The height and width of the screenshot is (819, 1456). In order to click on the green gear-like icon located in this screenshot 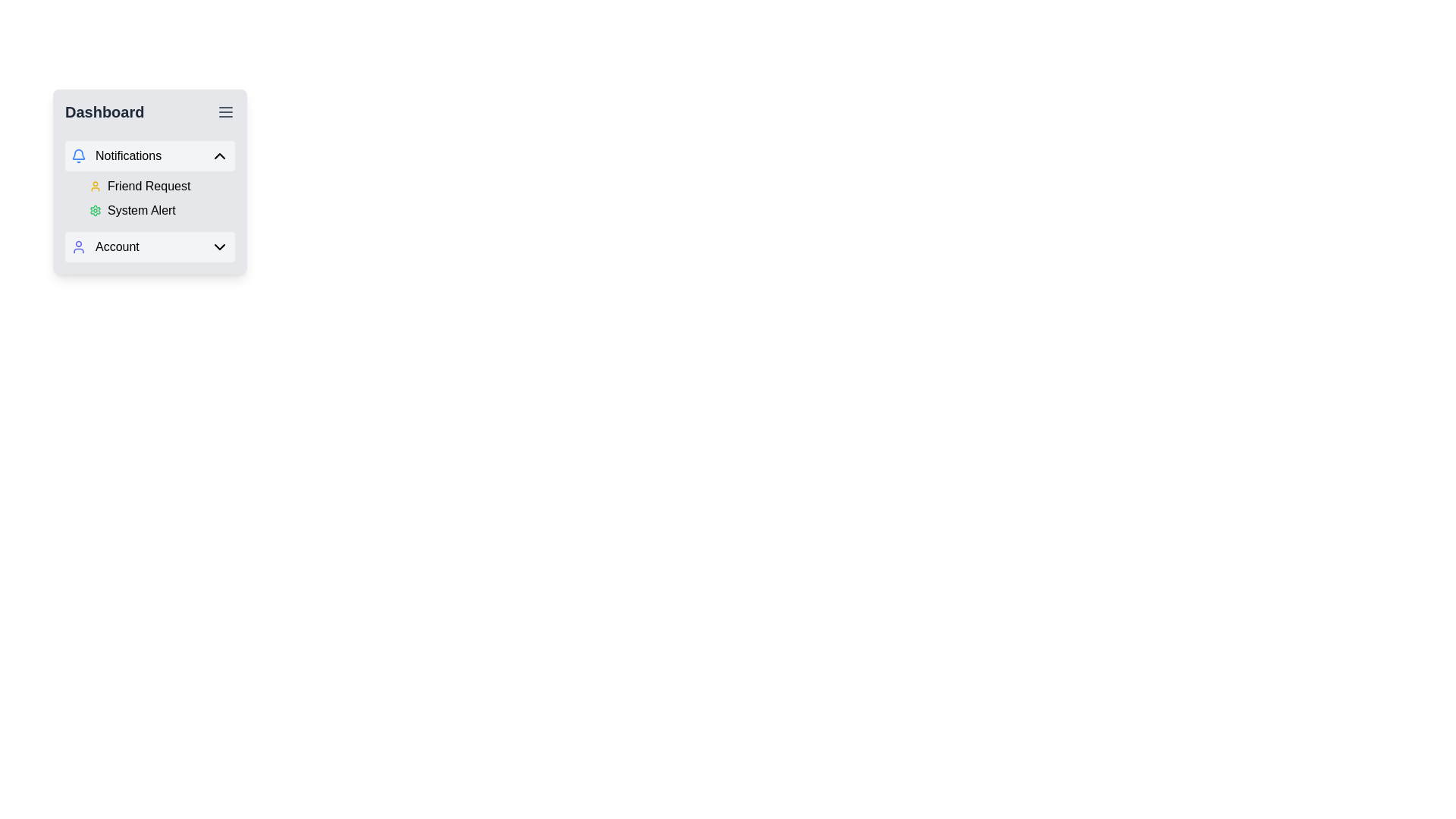, I will do `click(94, 210)`.